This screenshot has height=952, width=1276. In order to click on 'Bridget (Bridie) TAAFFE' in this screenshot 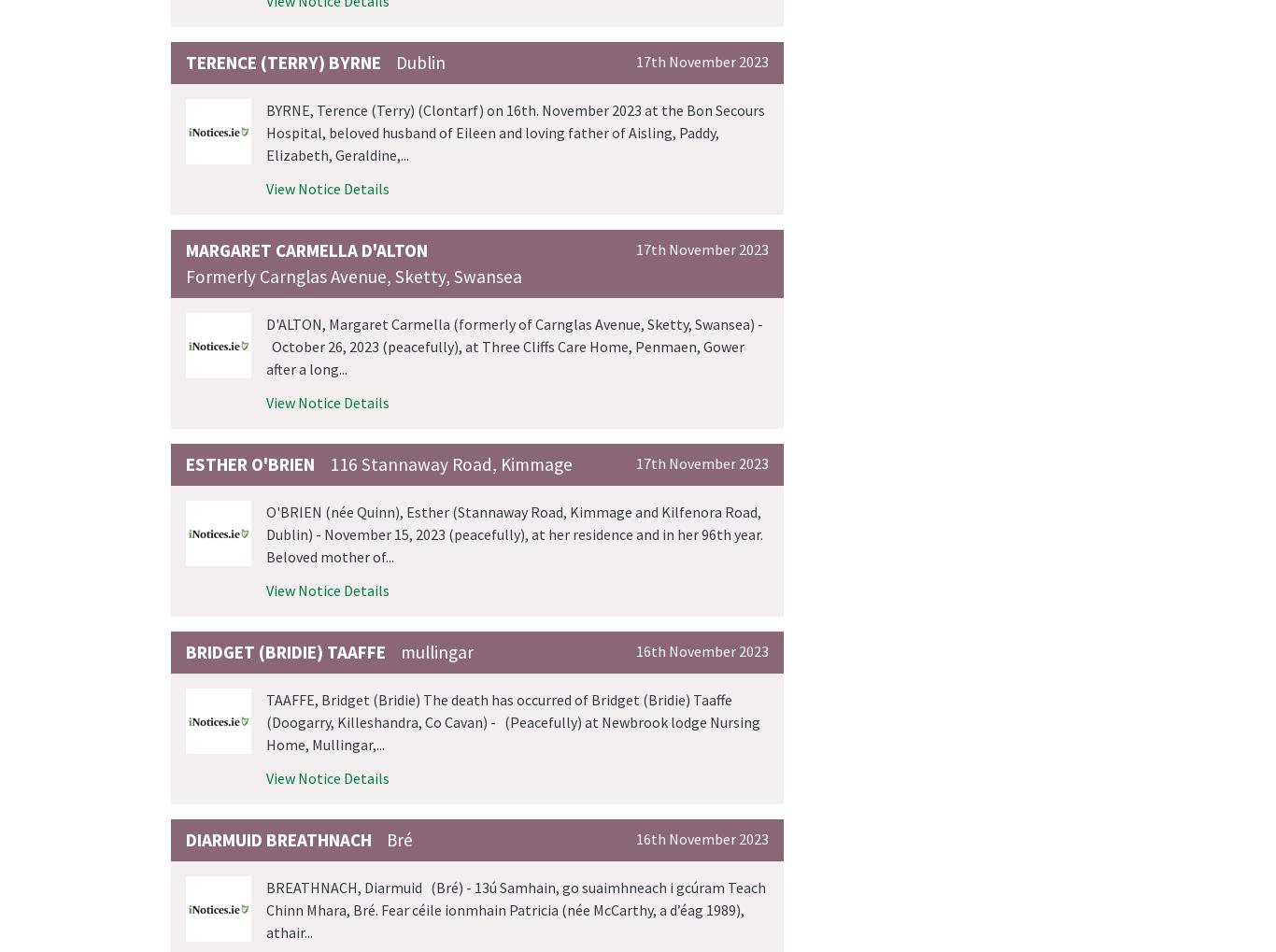, I will do `click(285, 652)`.